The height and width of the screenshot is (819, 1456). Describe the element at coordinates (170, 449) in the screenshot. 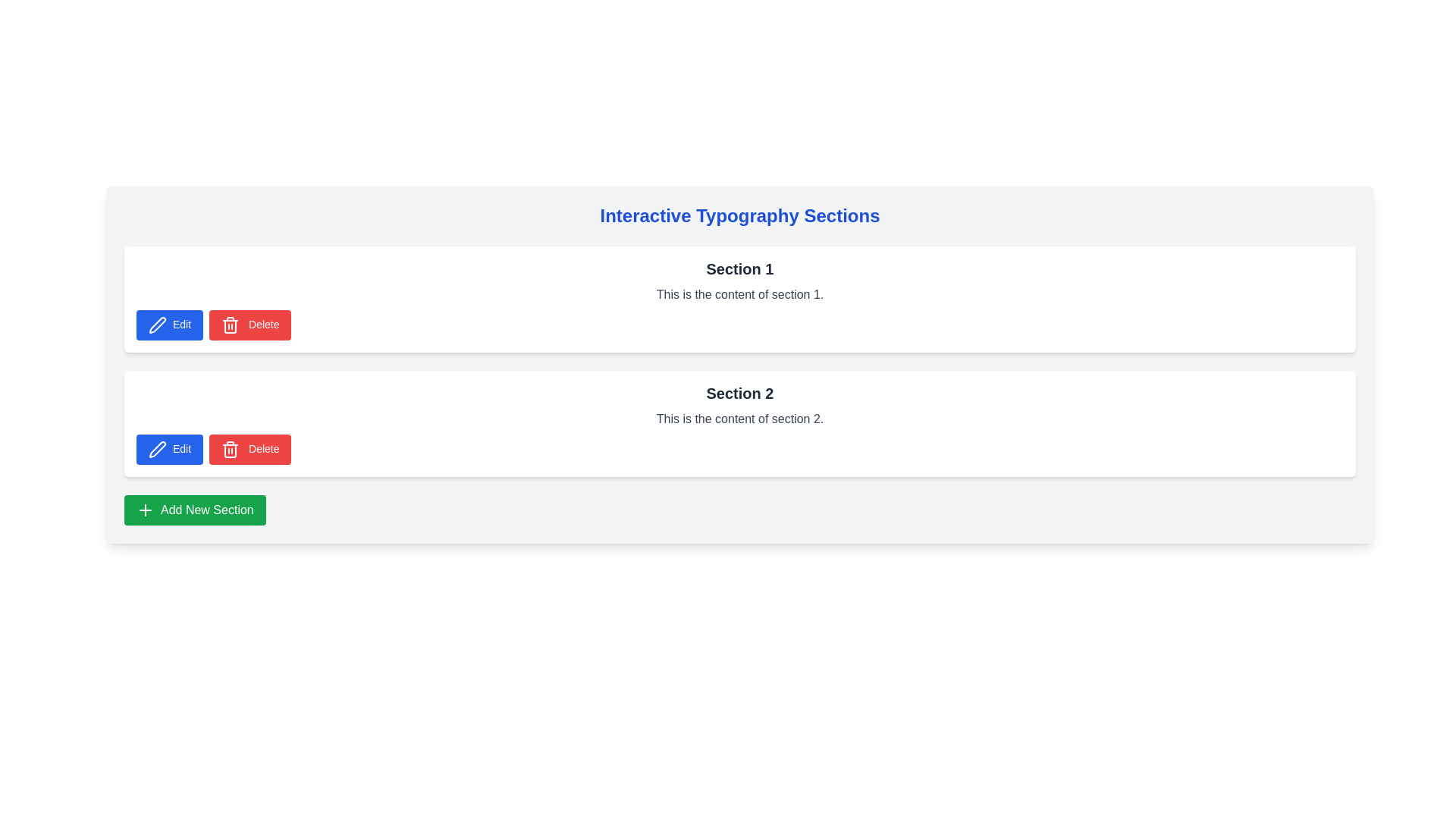

I see `the 'Edit' button located in the 'Section 2' area to observe hover effects` at that location.